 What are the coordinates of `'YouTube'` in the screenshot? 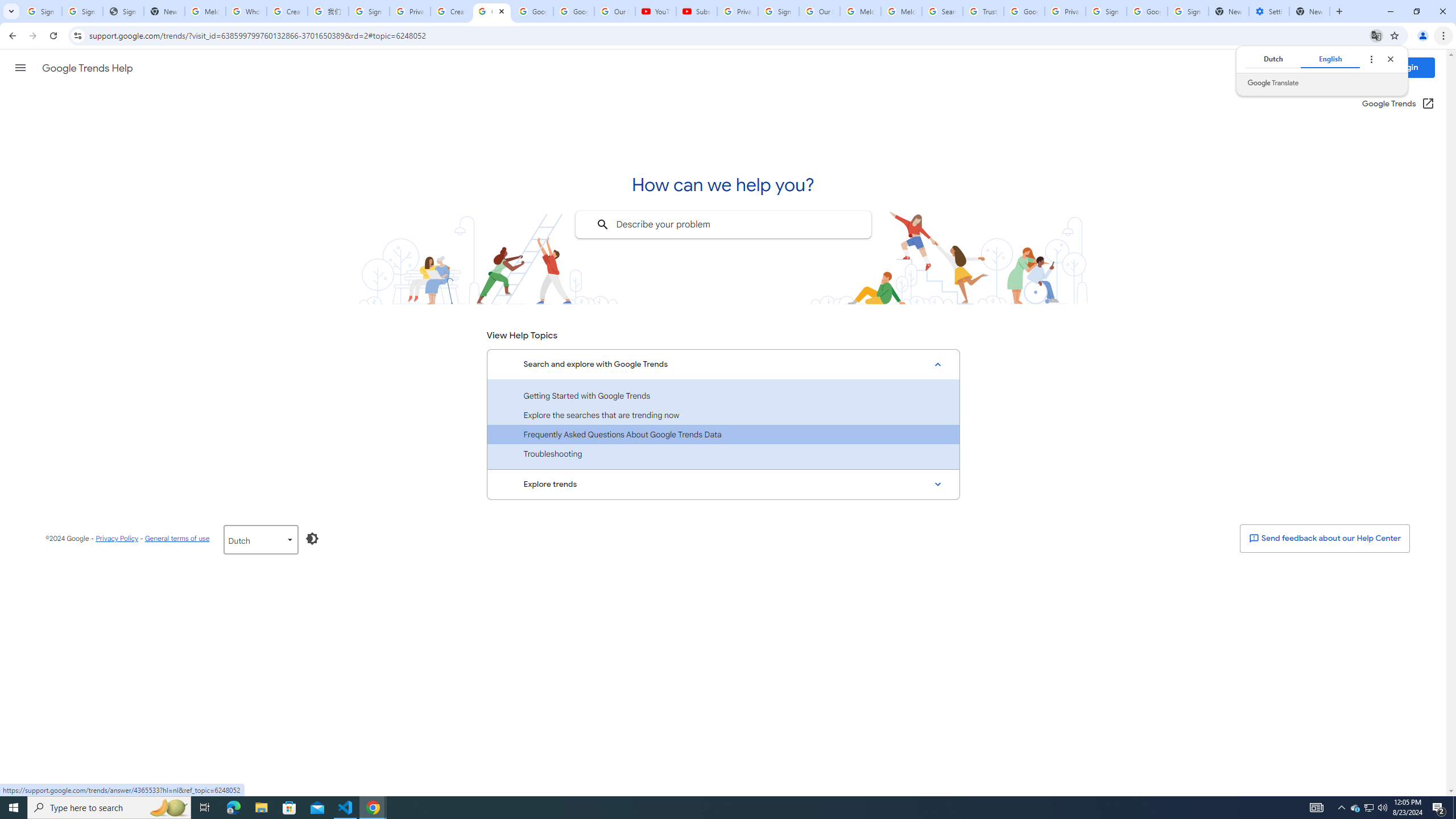 It's located at (656, 11).